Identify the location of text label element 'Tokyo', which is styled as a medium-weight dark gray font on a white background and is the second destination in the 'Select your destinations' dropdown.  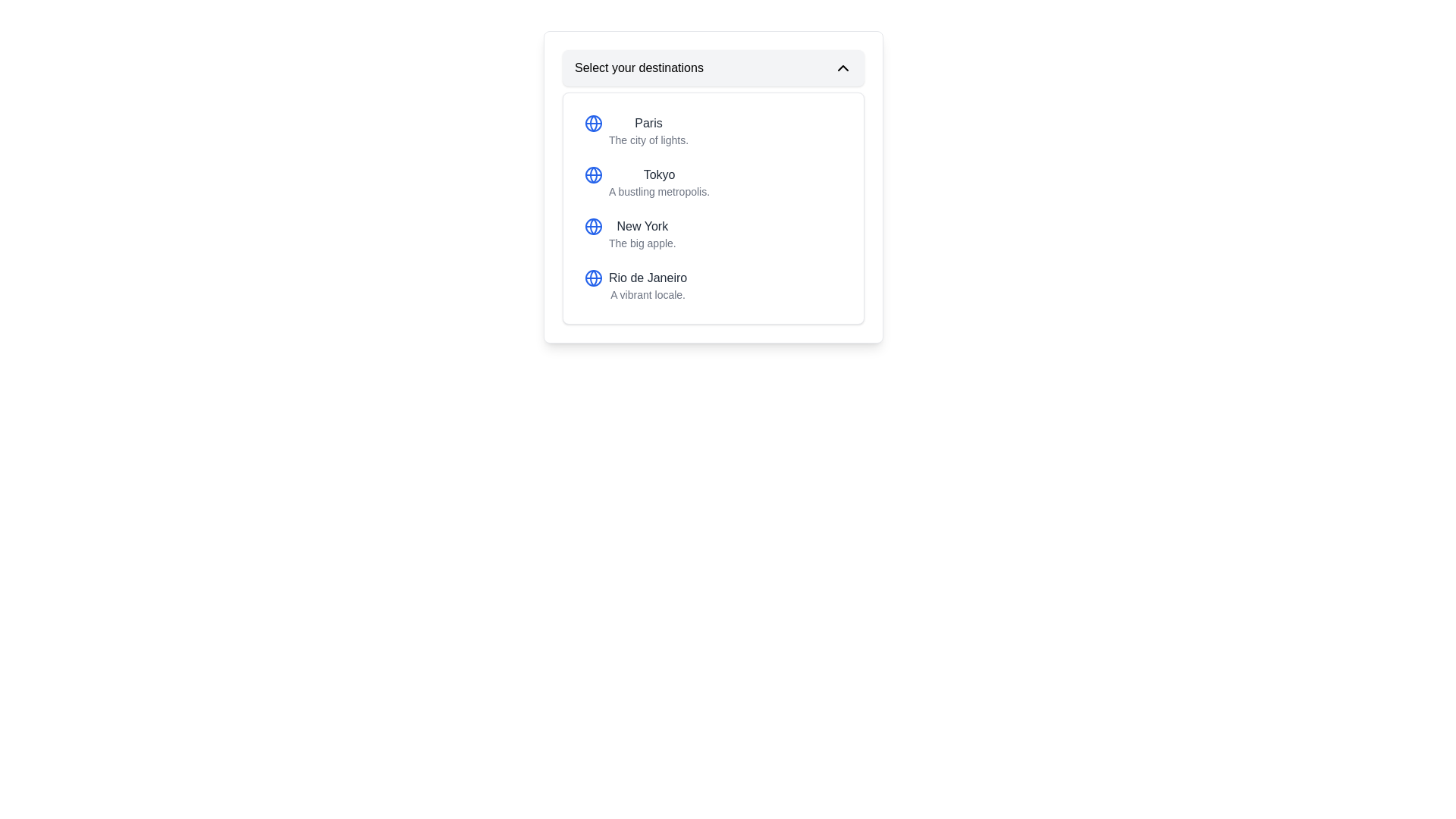
(659, 174).